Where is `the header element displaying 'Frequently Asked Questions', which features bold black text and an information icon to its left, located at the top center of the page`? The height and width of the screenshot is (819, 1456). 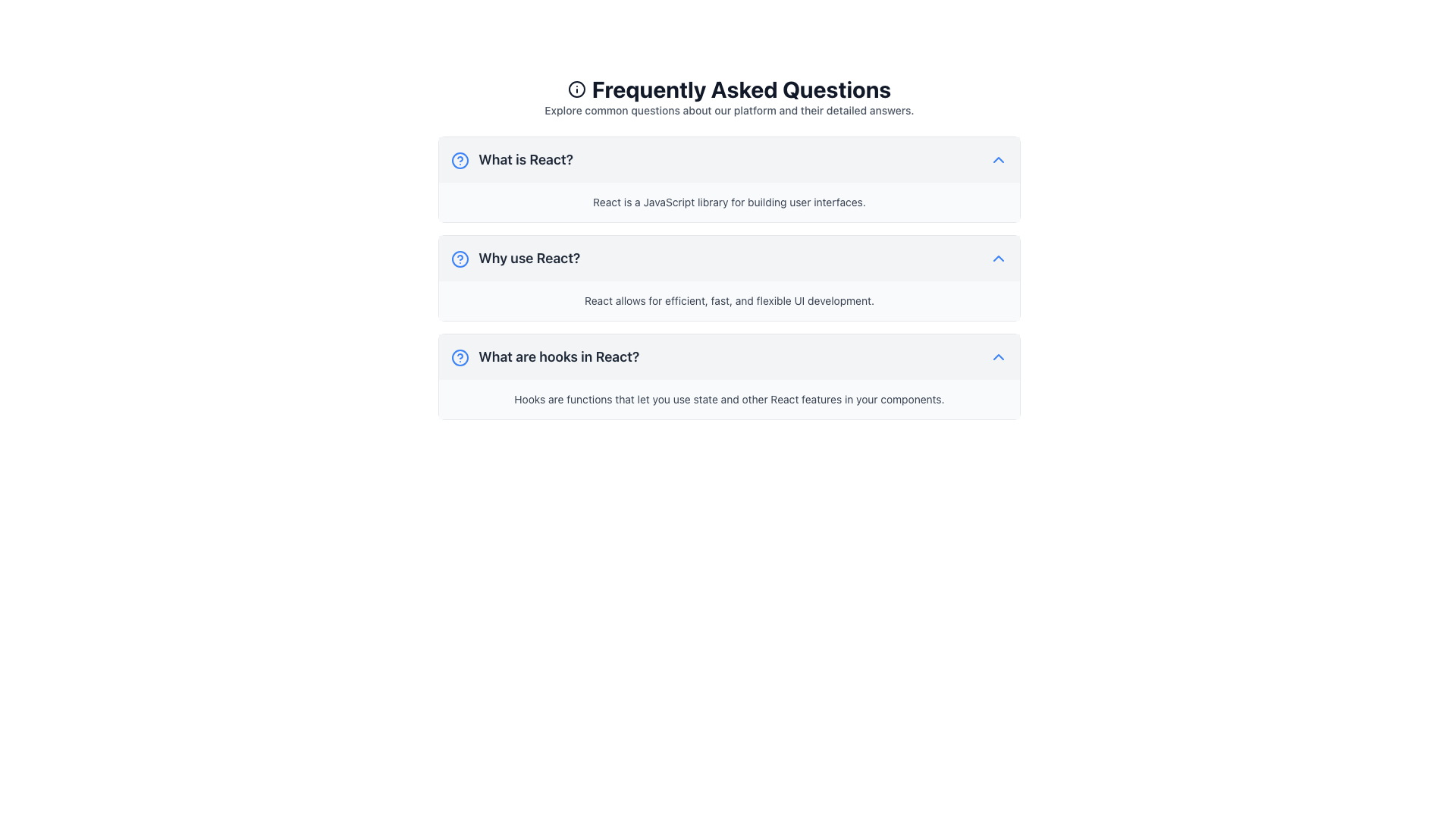 the header element displaying 'Frequently Asked Questions', which features bold black text and an information icon to its left, located at the top center of the page is located at coordinates (729, 89).